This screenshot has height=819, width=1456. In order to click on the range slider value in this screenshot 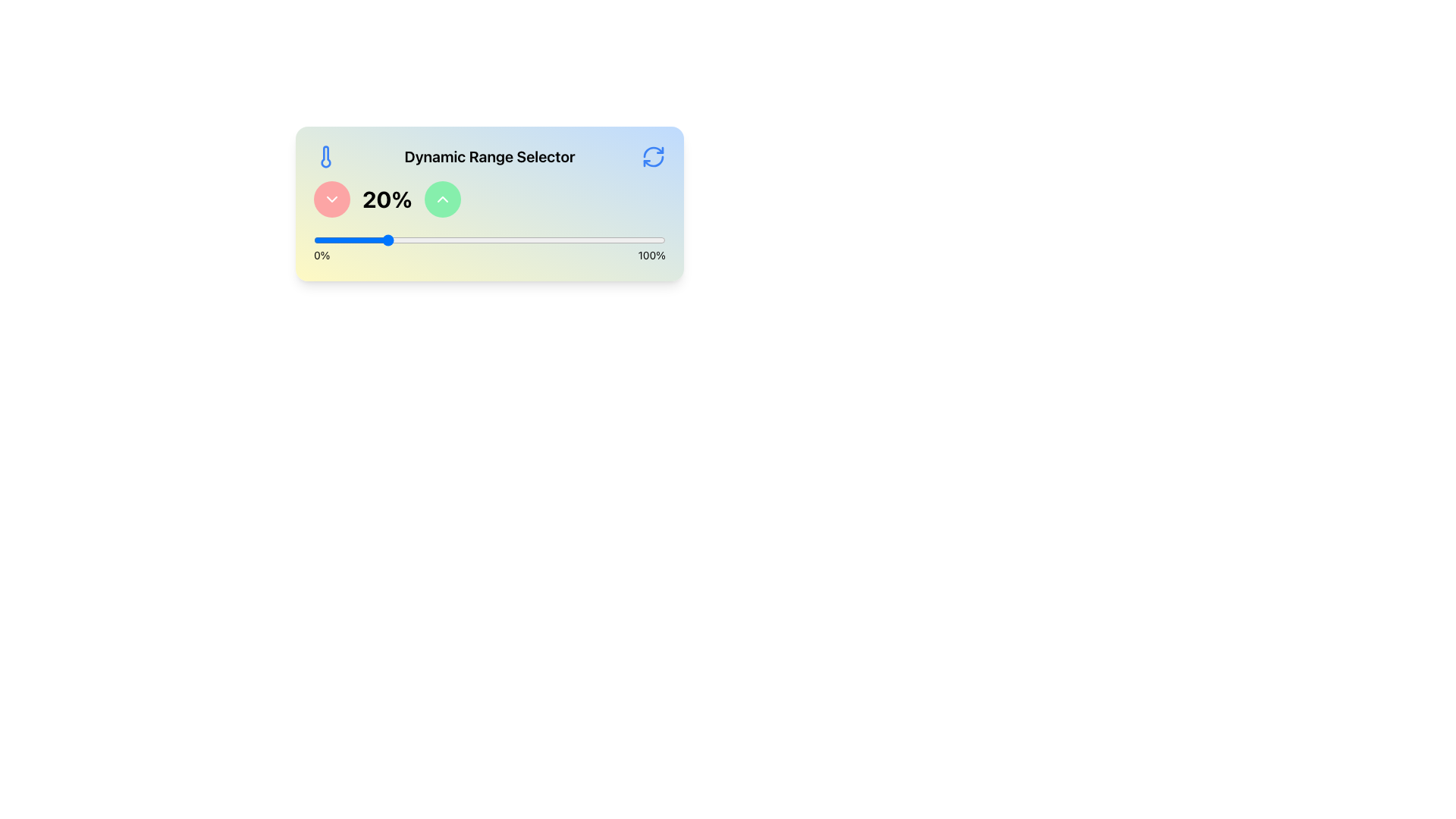, I will do `click(500, 239)`.